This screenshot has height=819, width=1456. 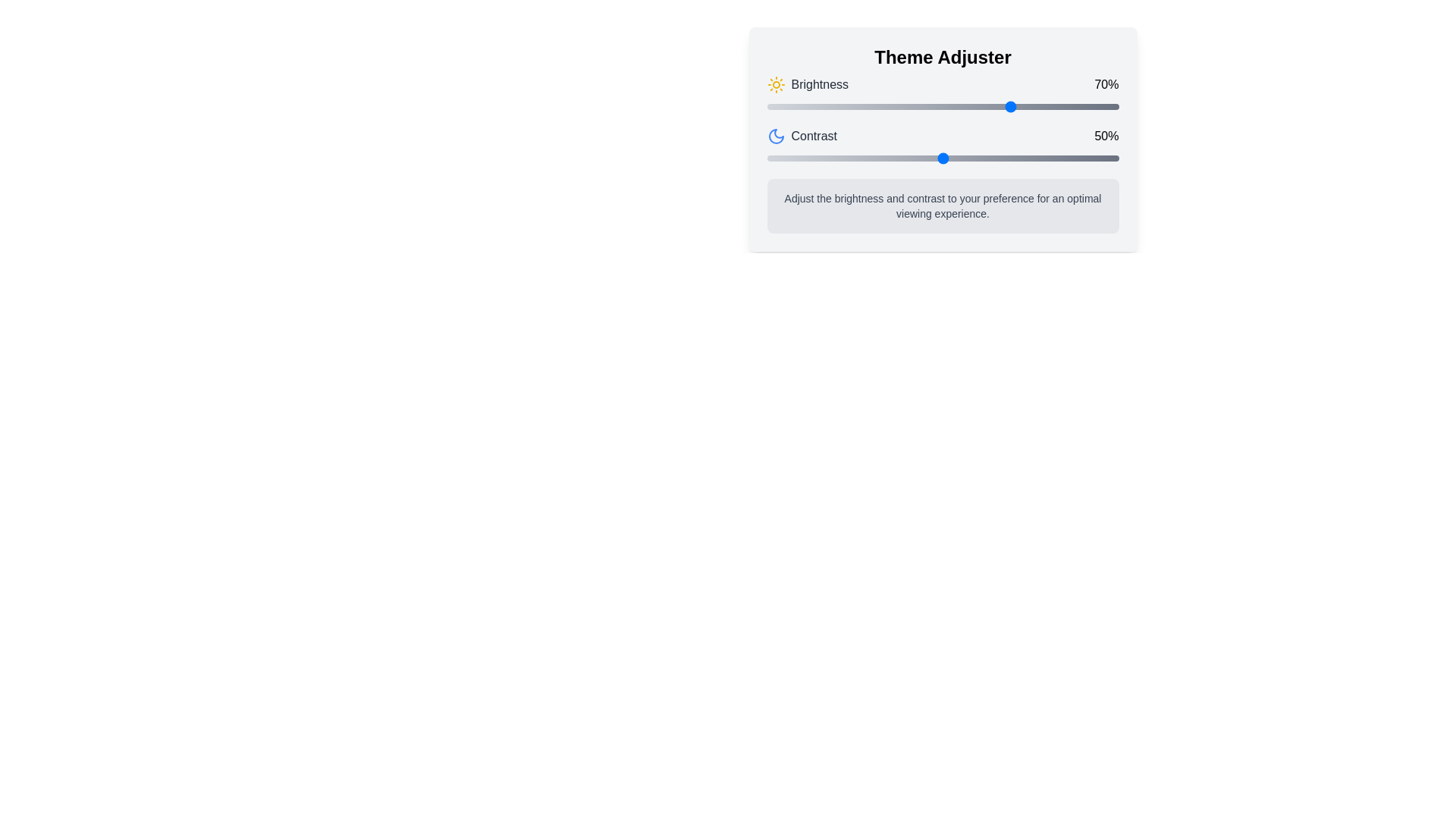 What do you see at coordinates (963, 158) in the screenshot?
I see `contrast` at bounding box center [963, 158].